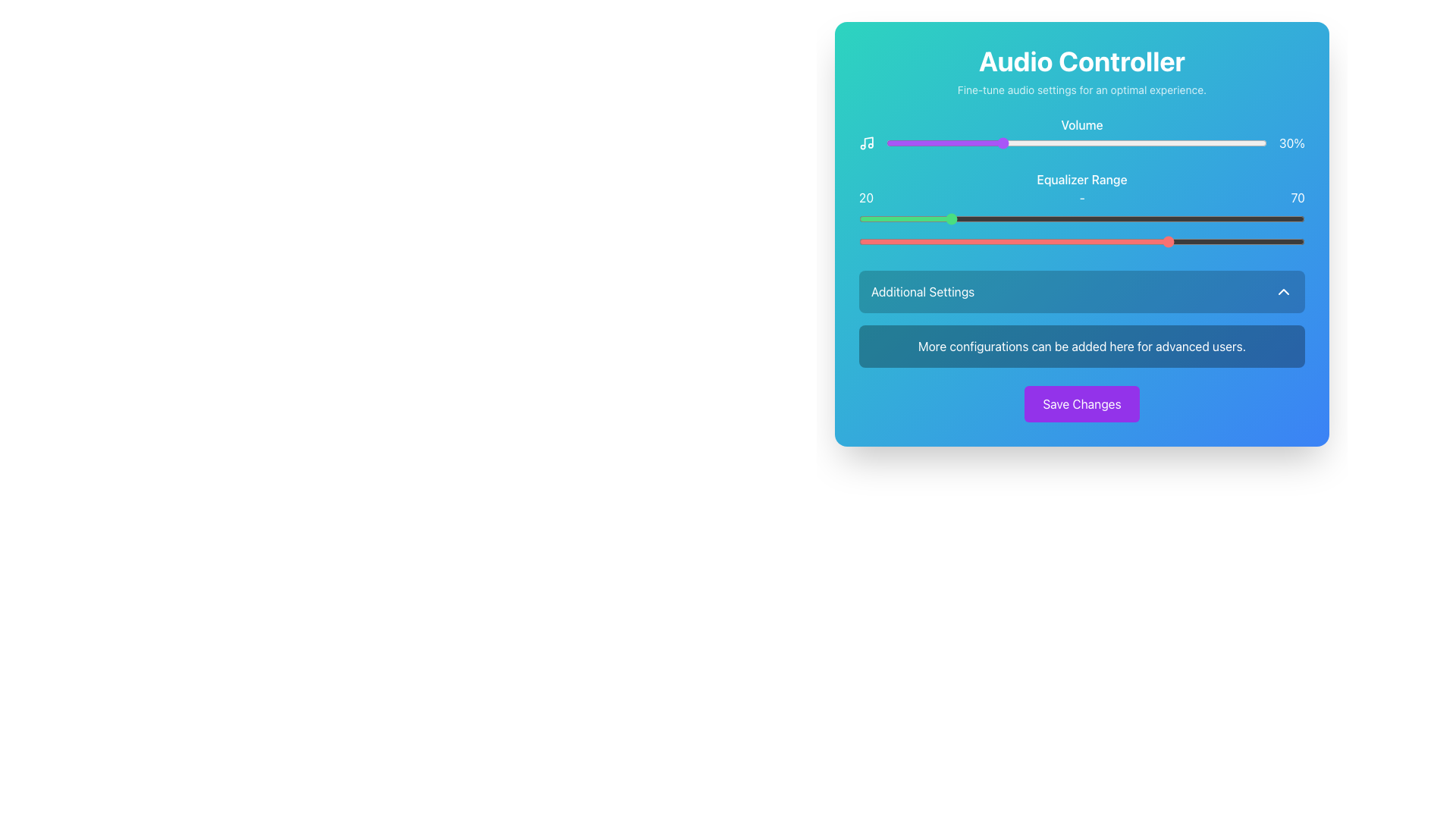 The width and height of the screenshot is (1456, 819). I want to click on the equalizer range, so click(984, 241).